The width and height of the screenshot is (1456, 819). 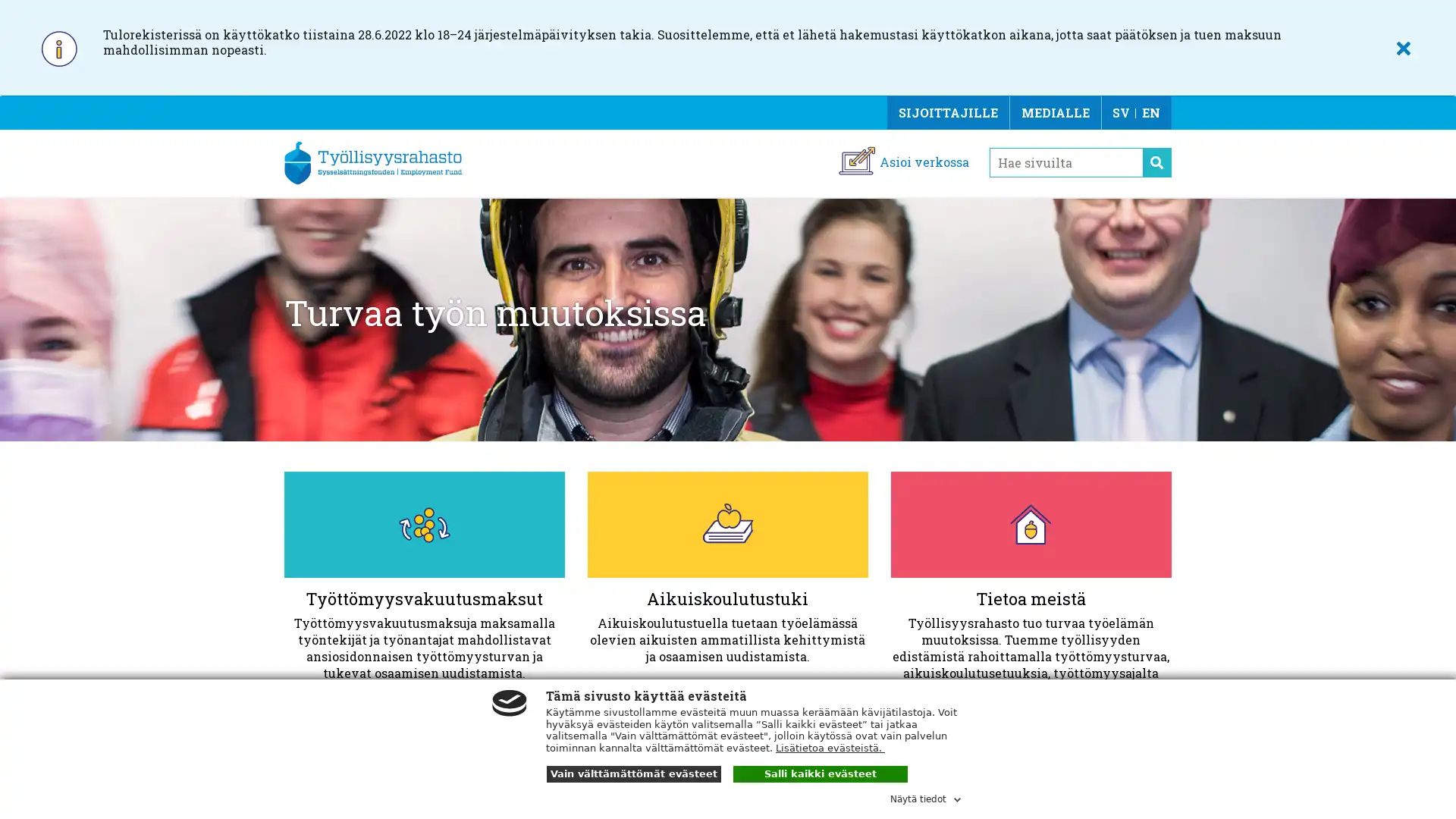 I want to click on SULJE, so click(x=1403, y=46).